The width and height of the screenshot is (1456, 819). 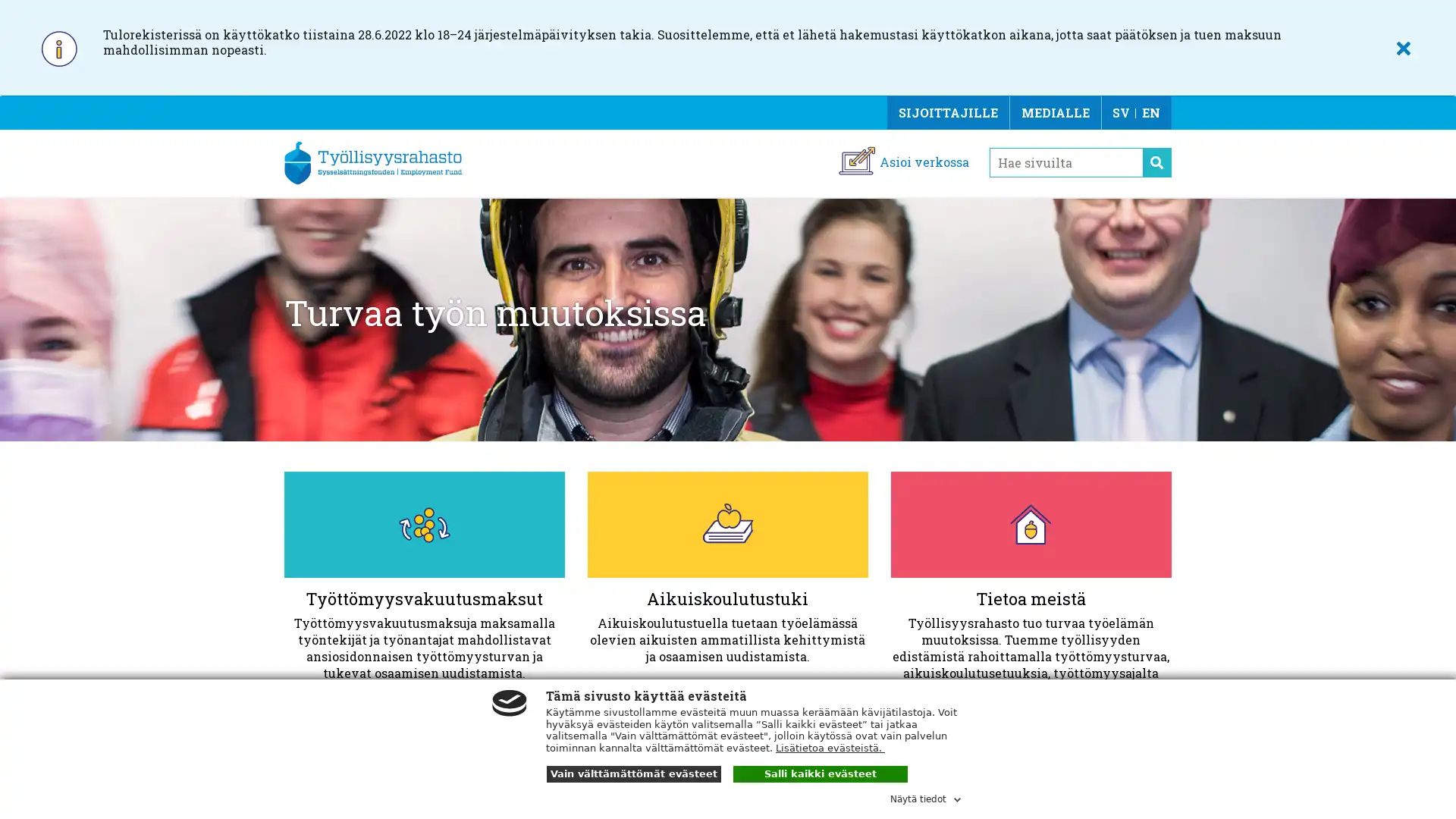 I want to click on SULJE, so click(x=1403, y=46).